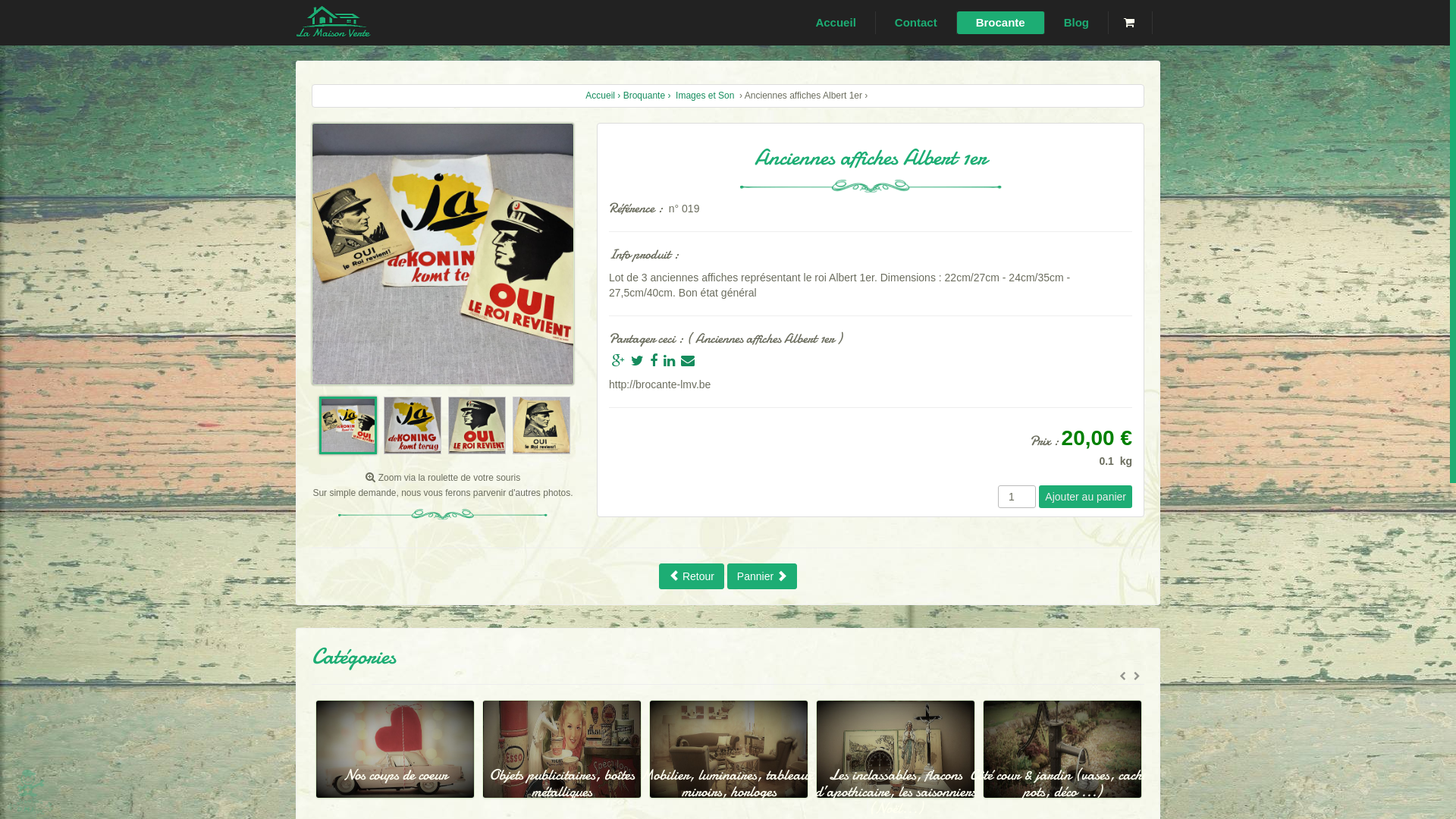 The image size is (1456, 819). I want to click on 'Ajouter au panier', so click(1084, 497).